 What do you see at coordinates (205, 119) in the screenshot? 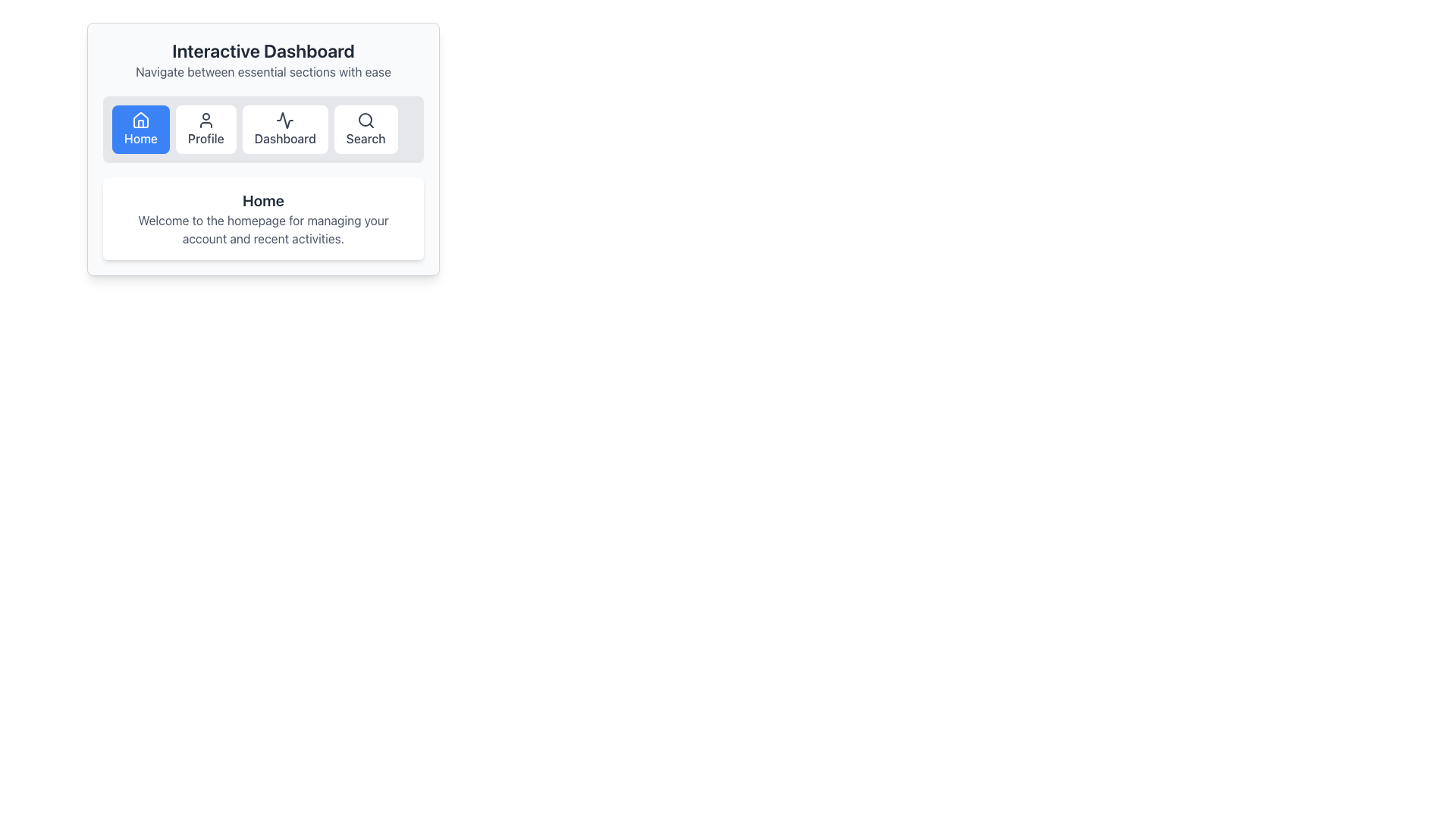
I see `the user profile icon, which is a circular head with a curved base, located in the navigation section labeled 'Profile' in the interactive dashboard` at bounding box center [205, 119].